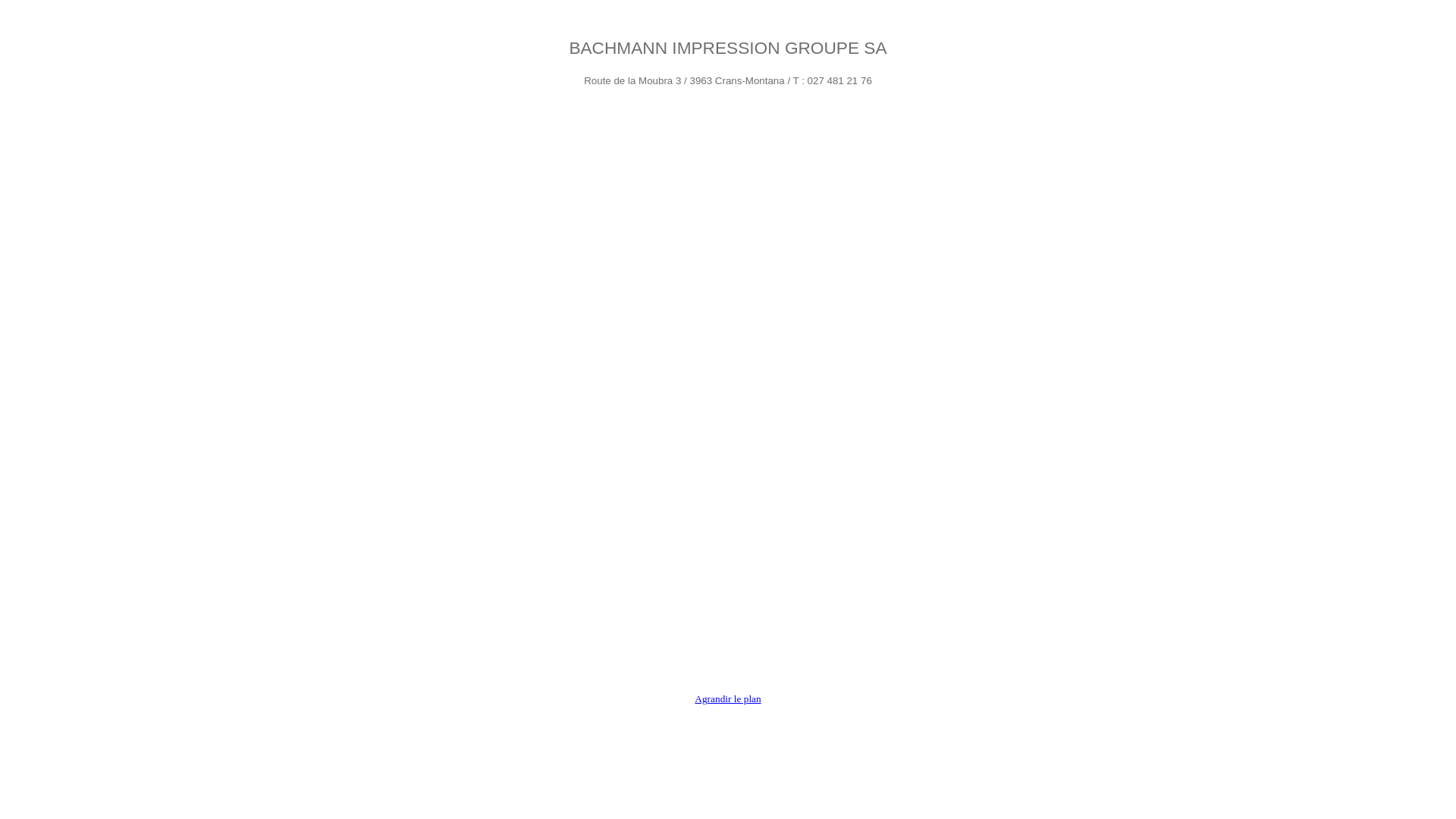  I want to click on 'Agrandir le plan', so click(726, 698).